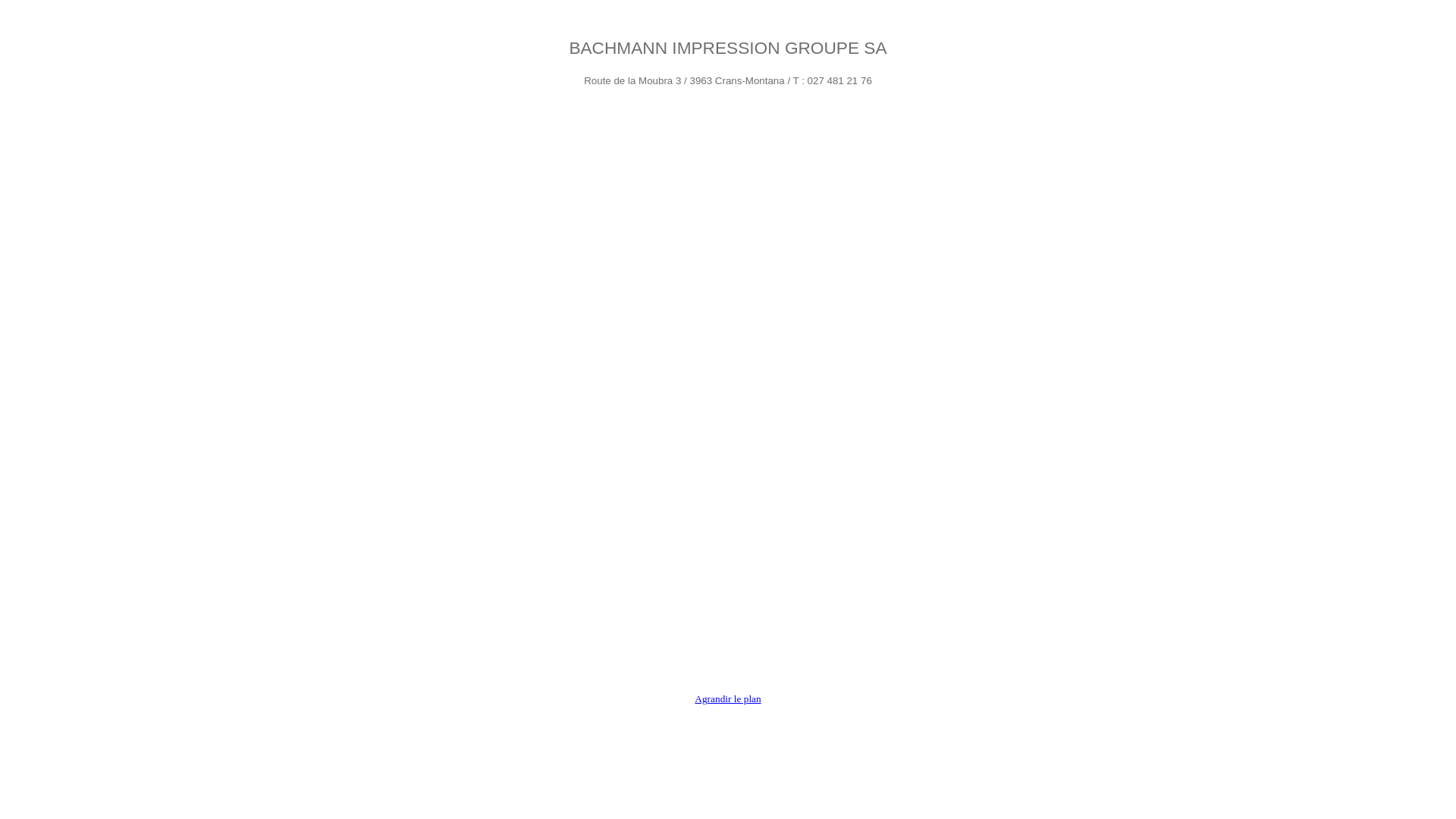  I want to click on 'Agrandir le plan', so click(726, 698).